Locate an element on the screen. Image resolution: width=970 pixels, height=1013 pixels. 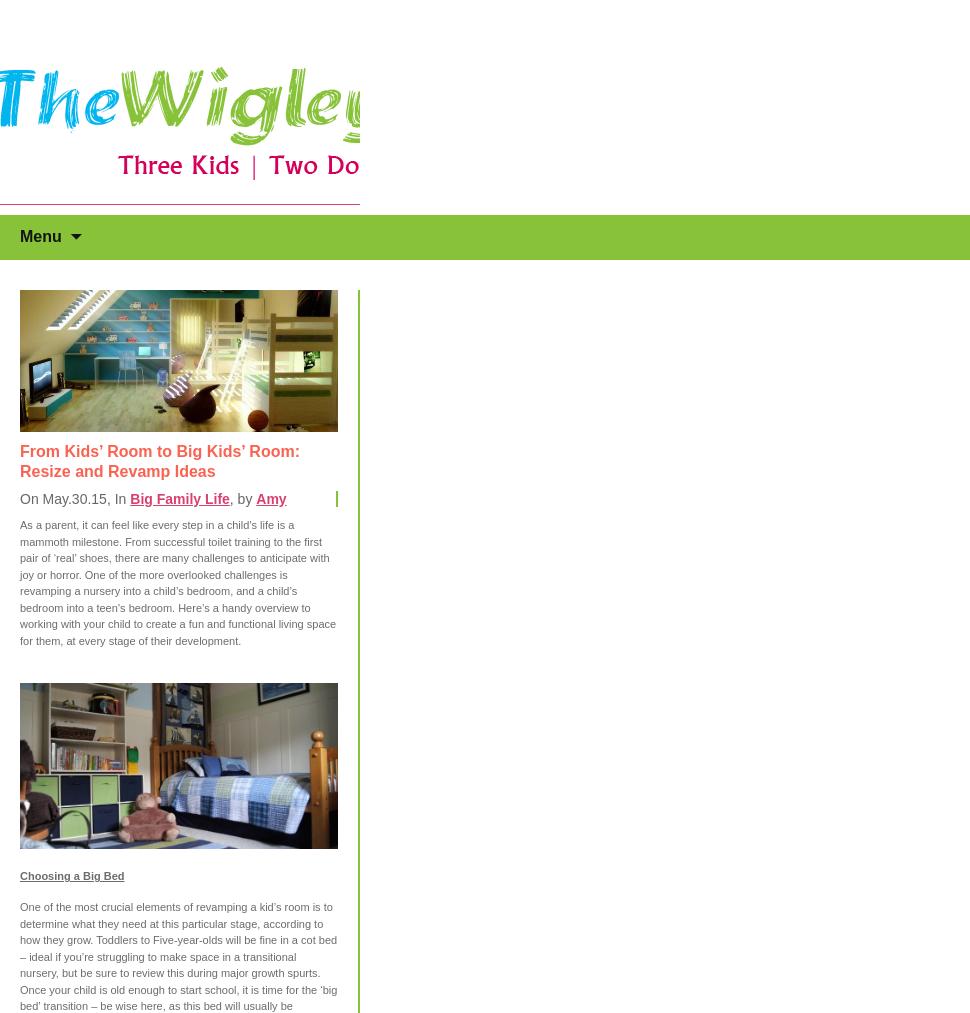
'On May.30.15' is located at coordinates (61, 498).